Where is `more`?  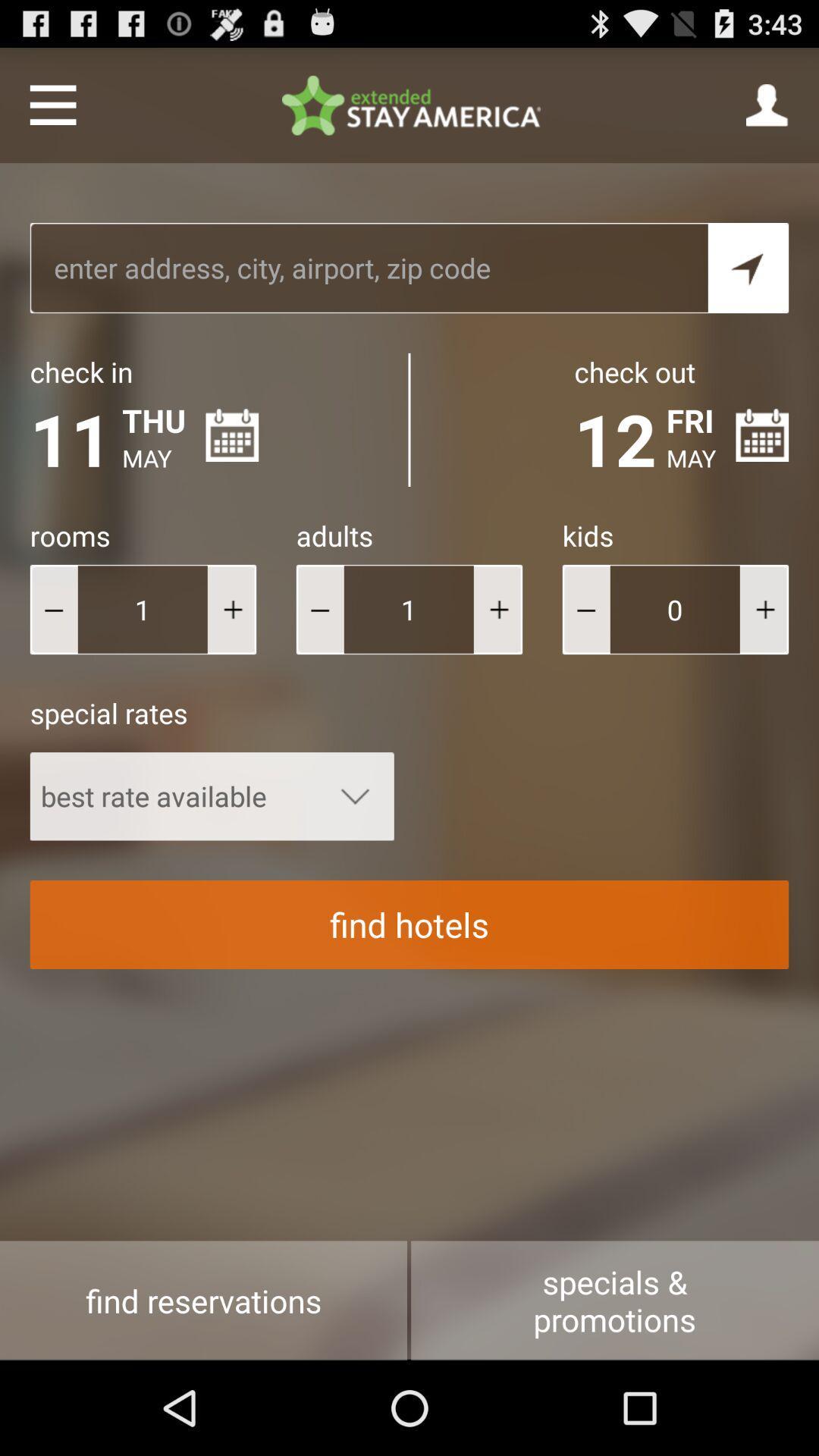 more is located at coordinates (764, 609).